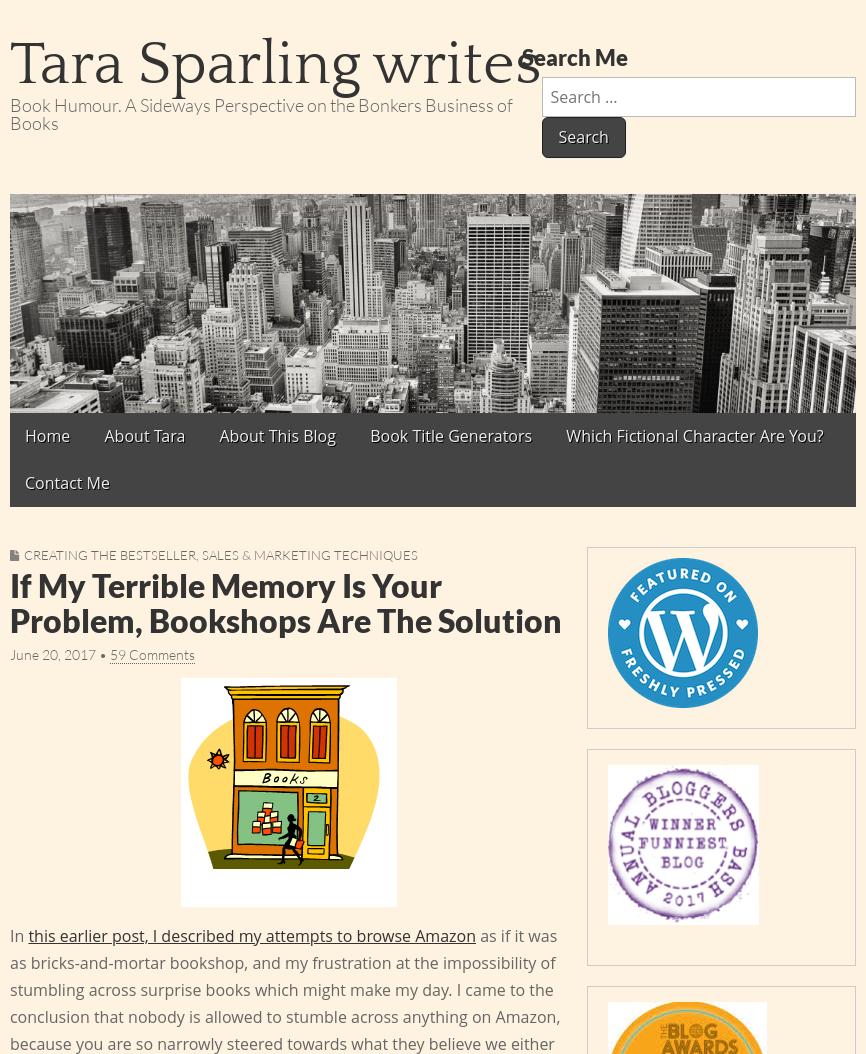  Describe the element at coordinates (52, 654) in the screenshot. I see `'June 20, 2017'` at that location.